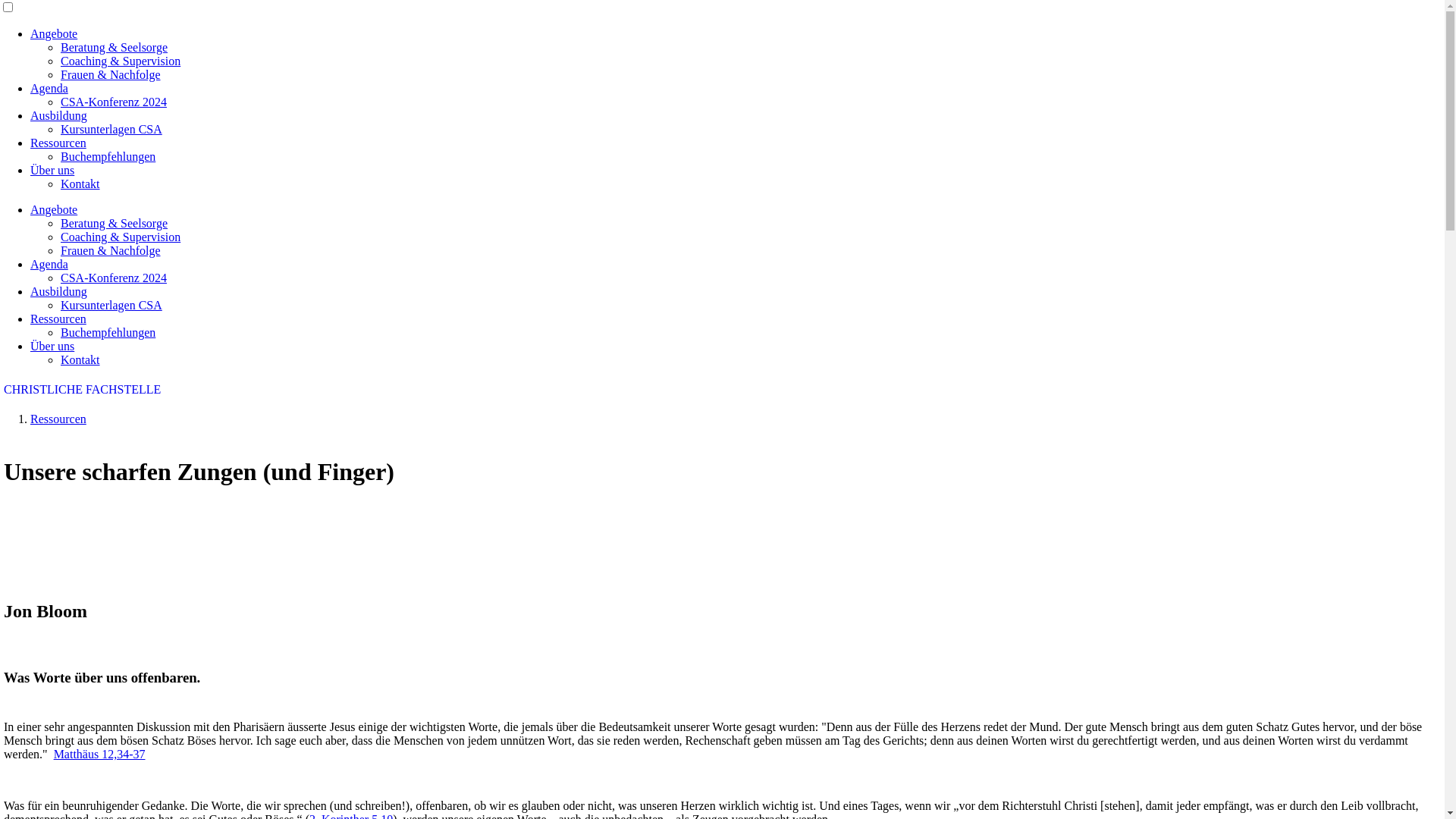  I want to click on 'CSA-Konferenz 2024', so click(61, 278).